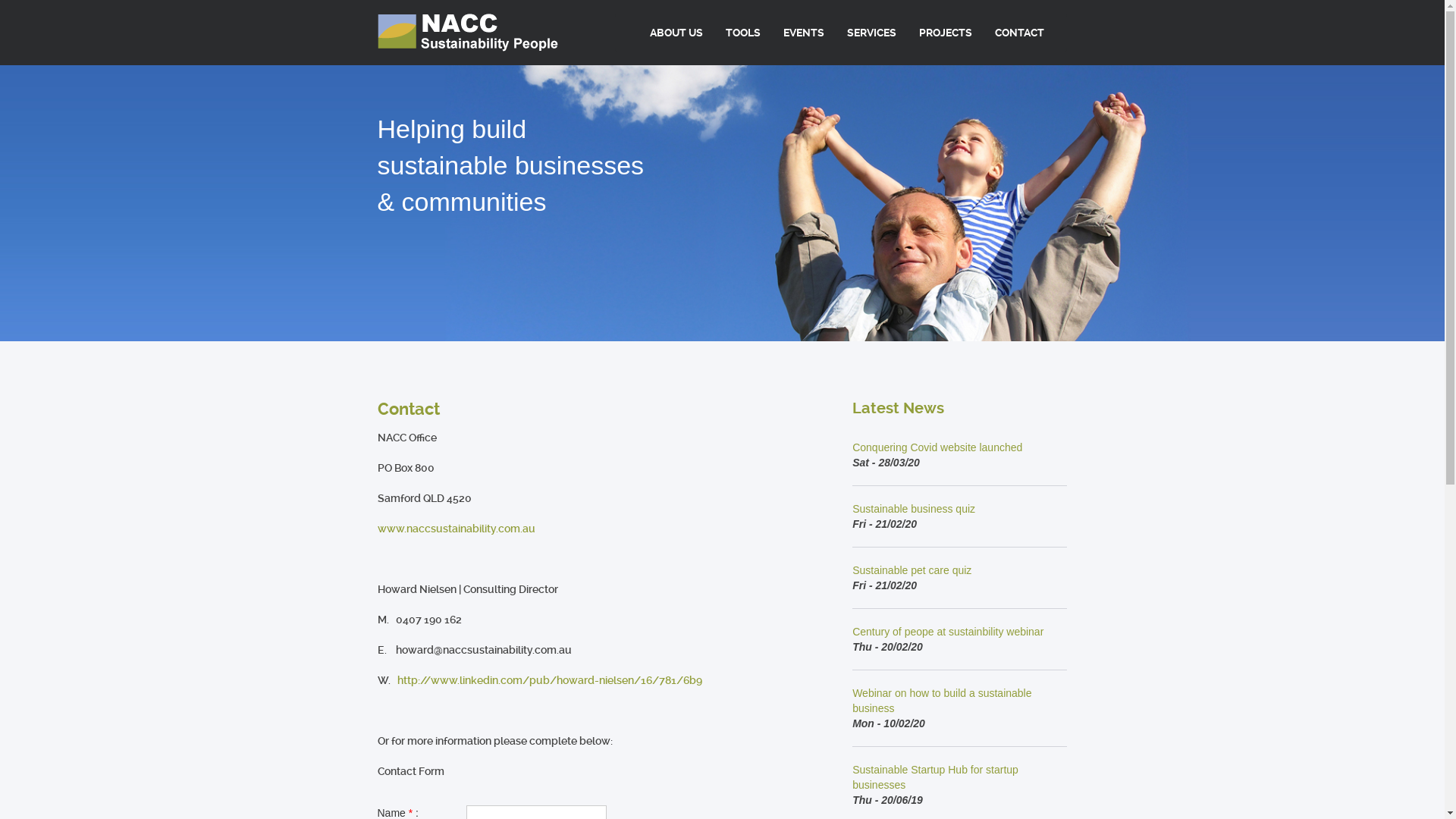 Image resolution: width=1456 pixels, height=819 pixels. I want to click on 'PROJECTS', so click(907, 32).